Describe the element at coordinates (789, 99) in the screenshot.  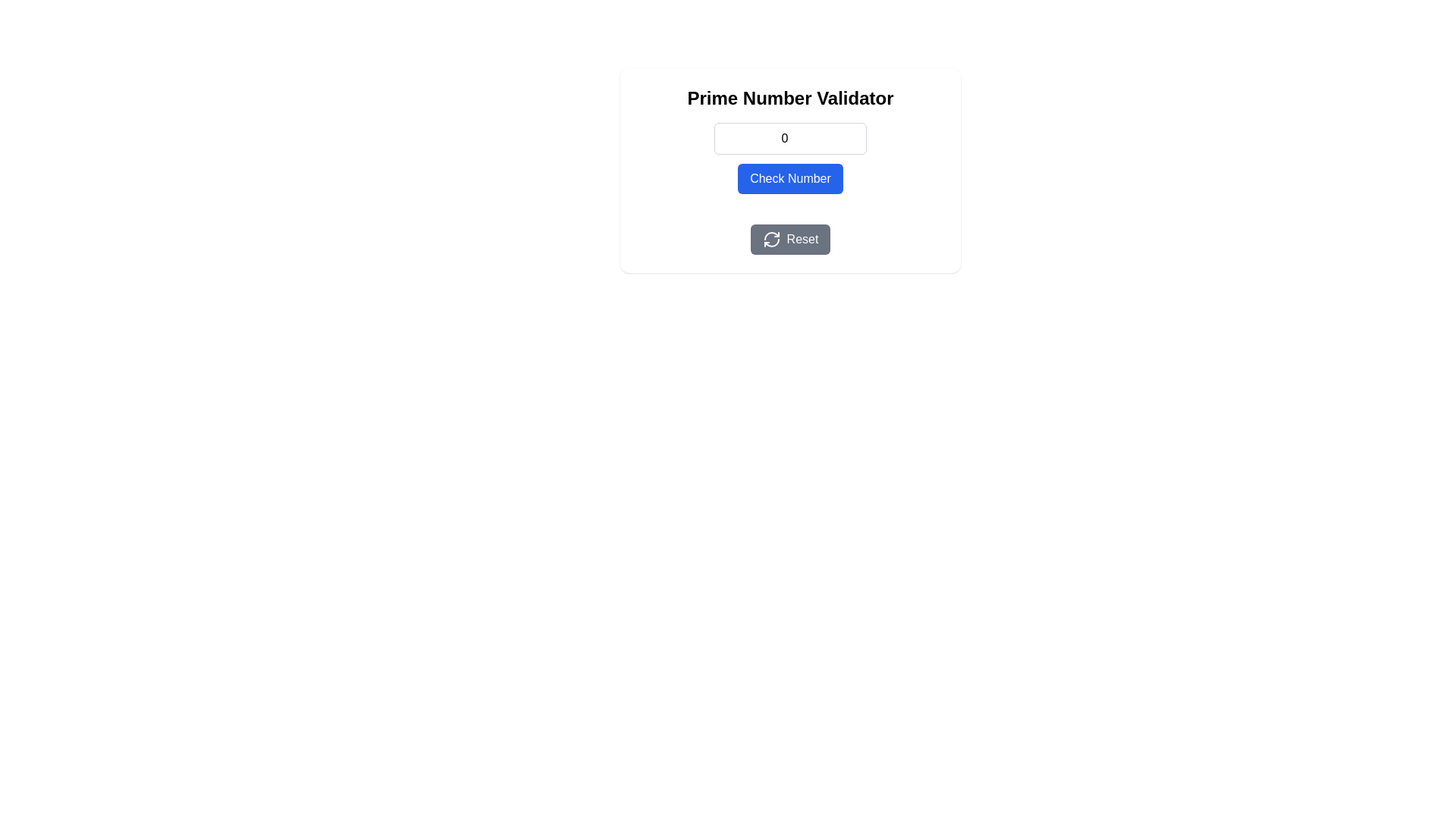
I see `the header text that labels the interface for validating prime numbers, which is centrally located above the input field and buttons` at that location.